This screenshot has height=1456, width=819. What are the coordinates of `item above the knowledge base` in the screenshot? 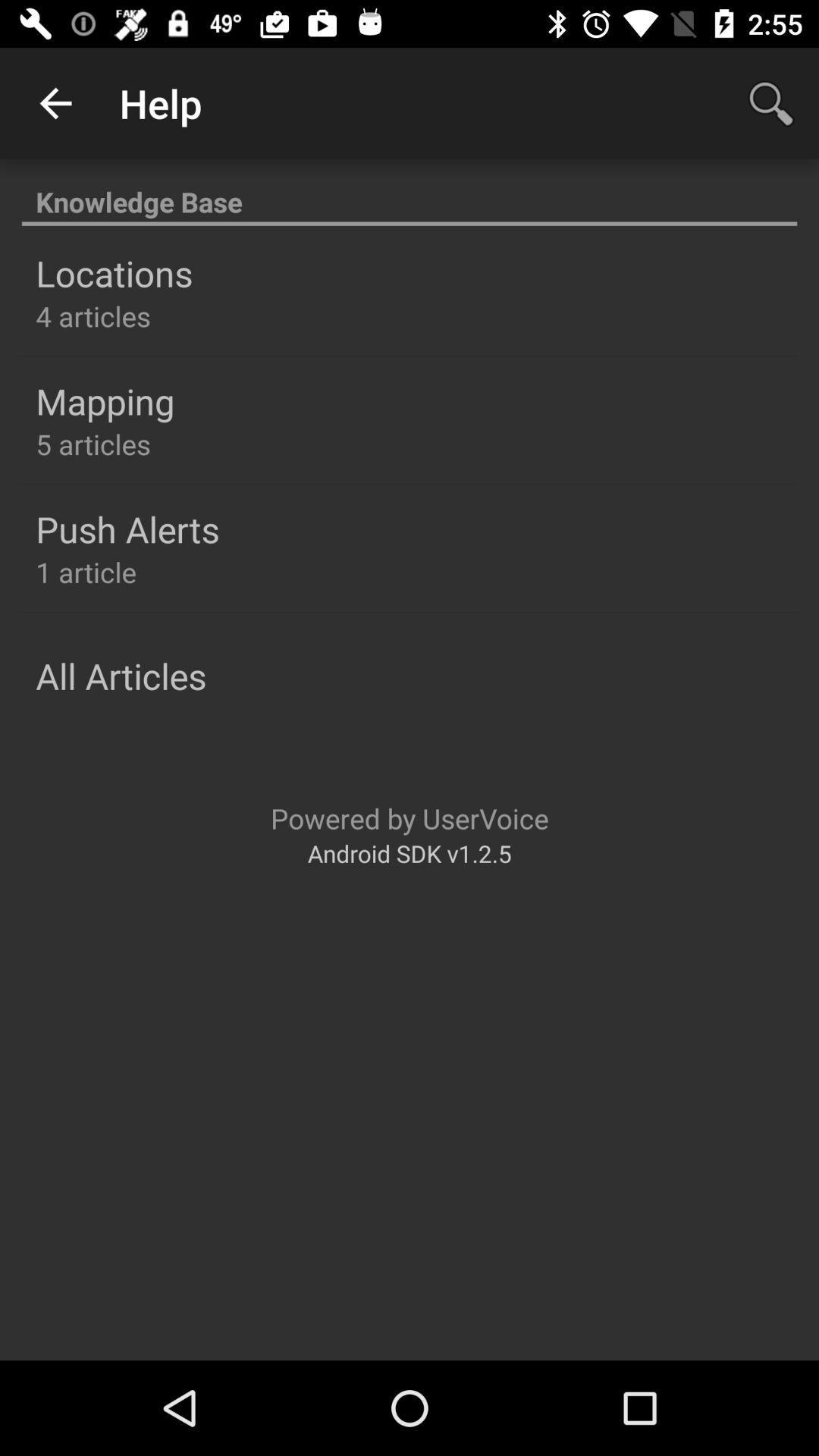 It's located at (55, 102).